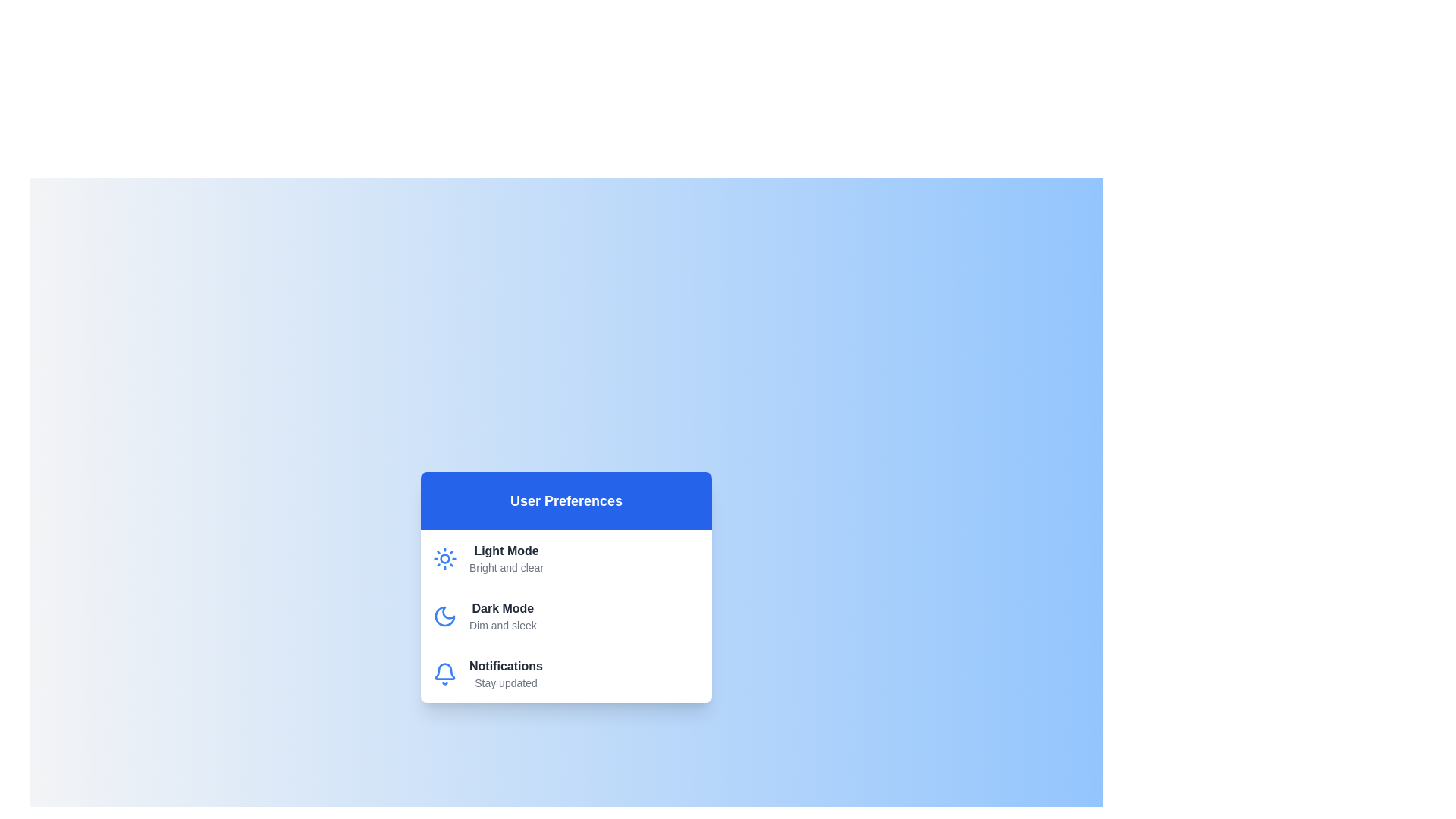 The width and height of the screenshot is (1456, 819). I want to click on the theme Dark Mode to observe the hover effect, so click(566, 617).